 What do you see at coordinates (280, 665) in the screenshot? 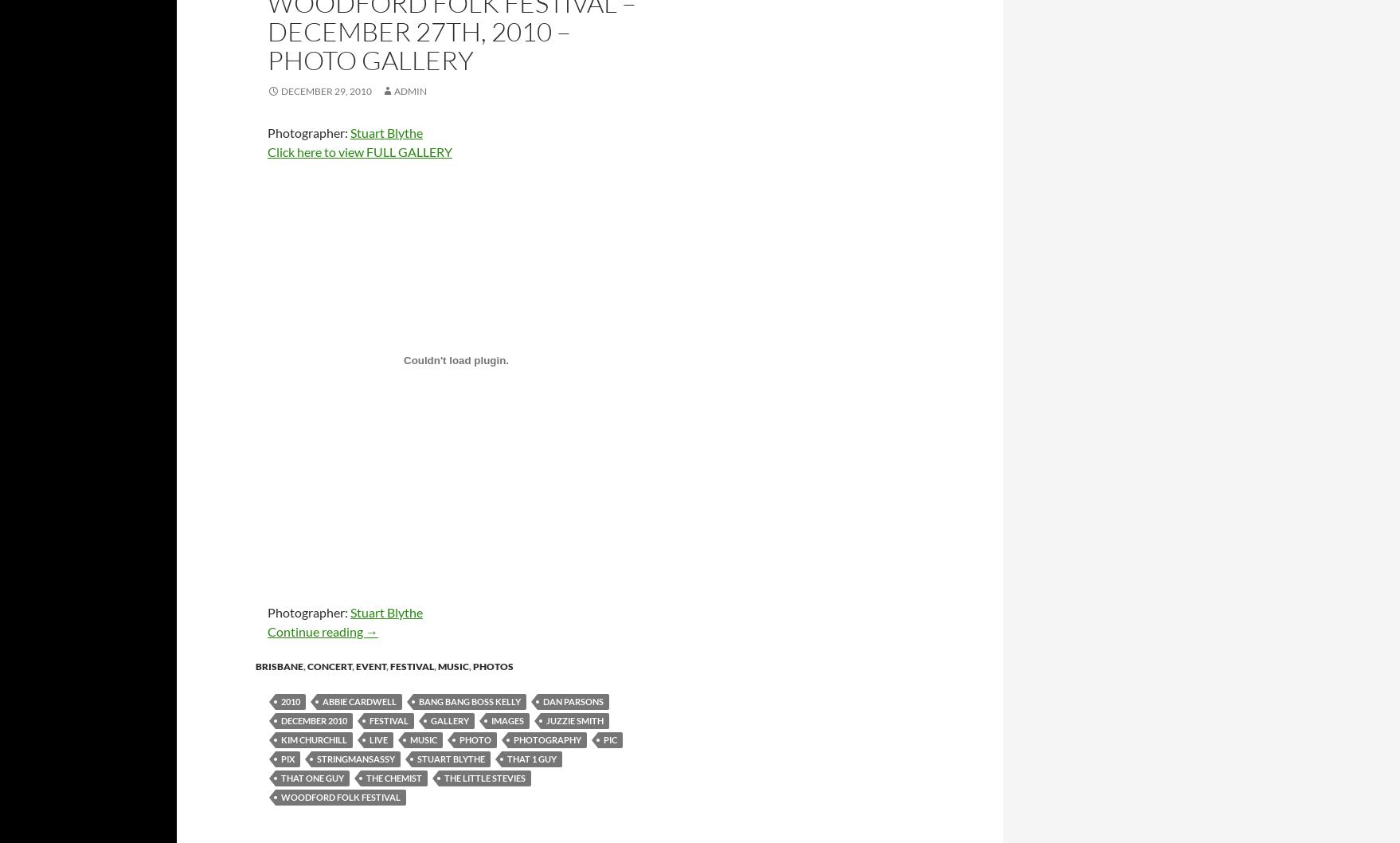
I see `'Brisbane'` at bounding box center [280, 665].